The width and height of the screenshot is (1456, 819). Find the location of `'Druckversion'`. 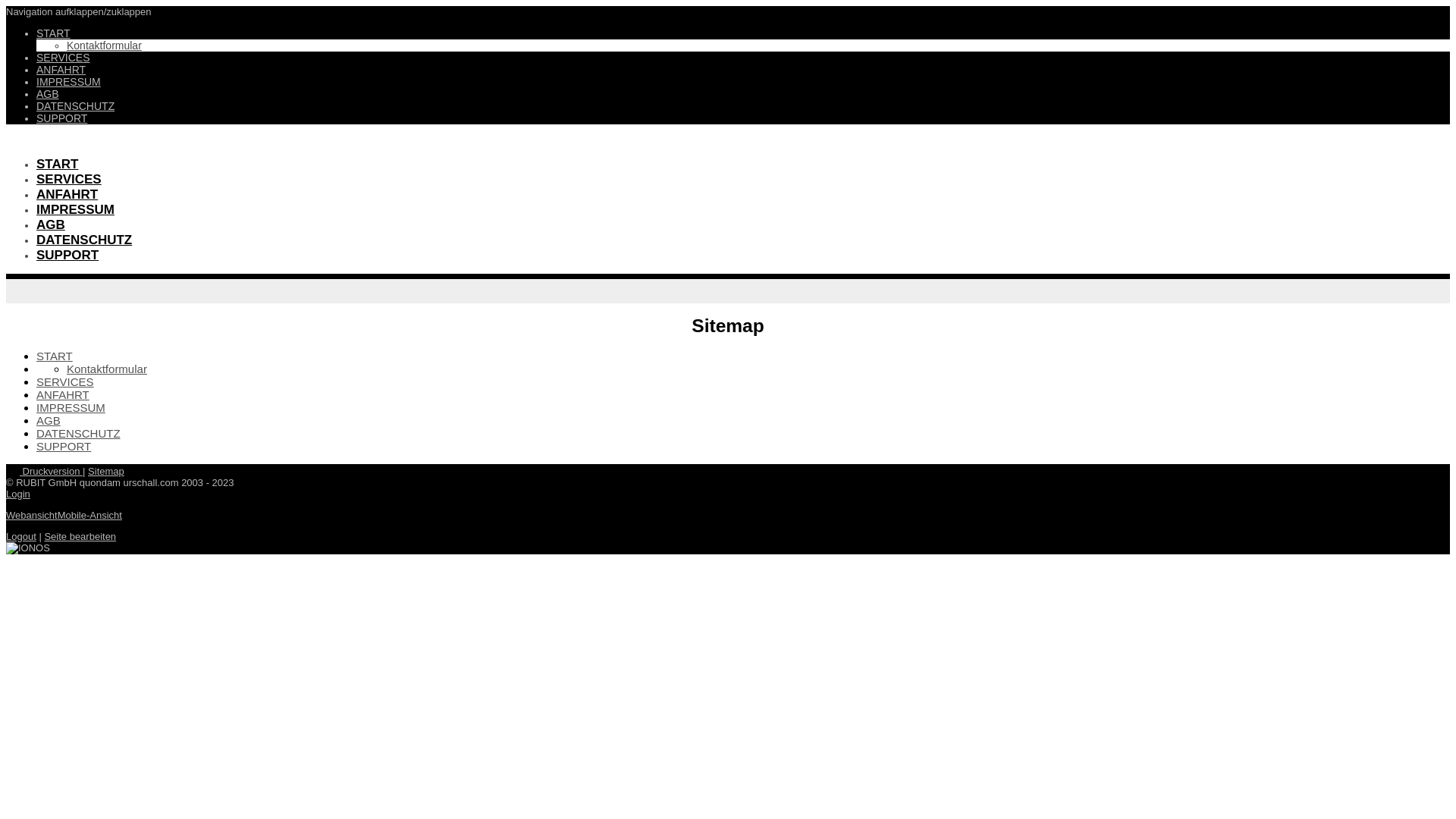

'Druckversion' is located at coordinates (44, 470).